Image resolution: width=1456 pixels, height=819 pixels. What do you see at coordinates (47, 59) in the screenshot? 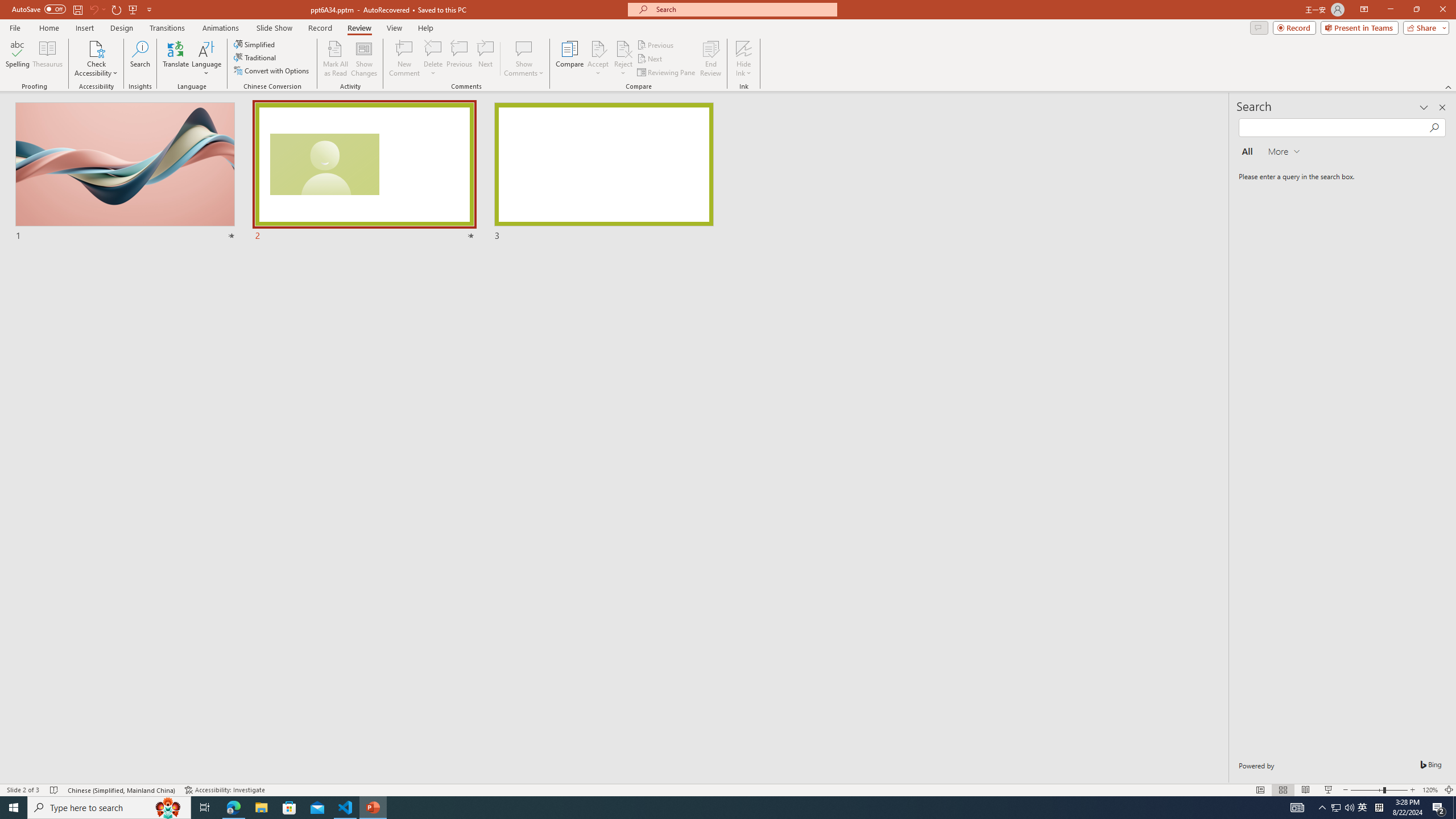
I see `'Thesaurus...'` at bounding box center [47, 59].